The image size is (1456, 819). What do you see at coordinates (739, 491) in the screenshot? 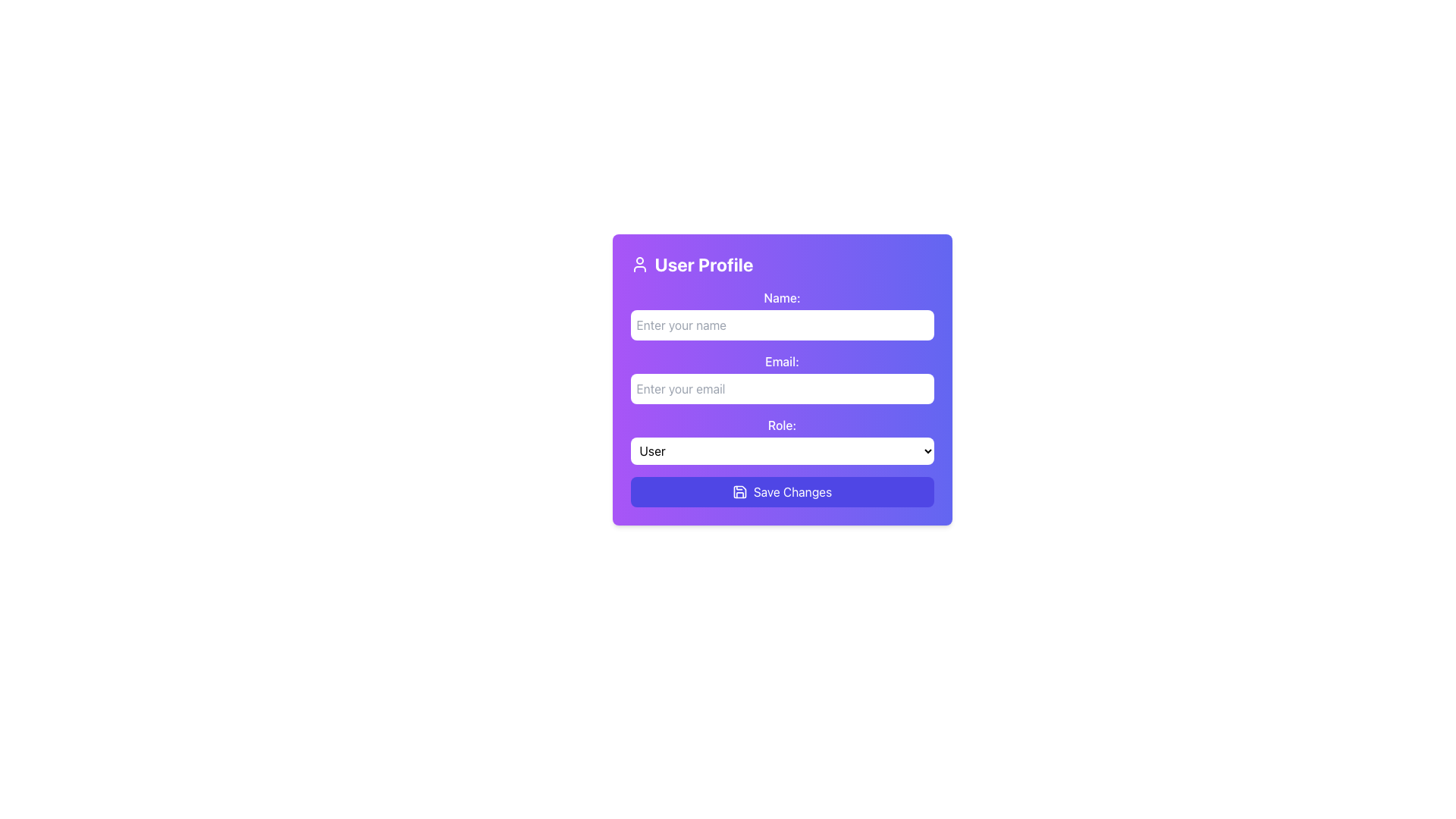
I see `the Decorative Icon that resembles a floppy disk, part of the 'Save Changes' button with a blue background, located at the bottom right of the user profile dialog box` at bounding box center [739, 491].